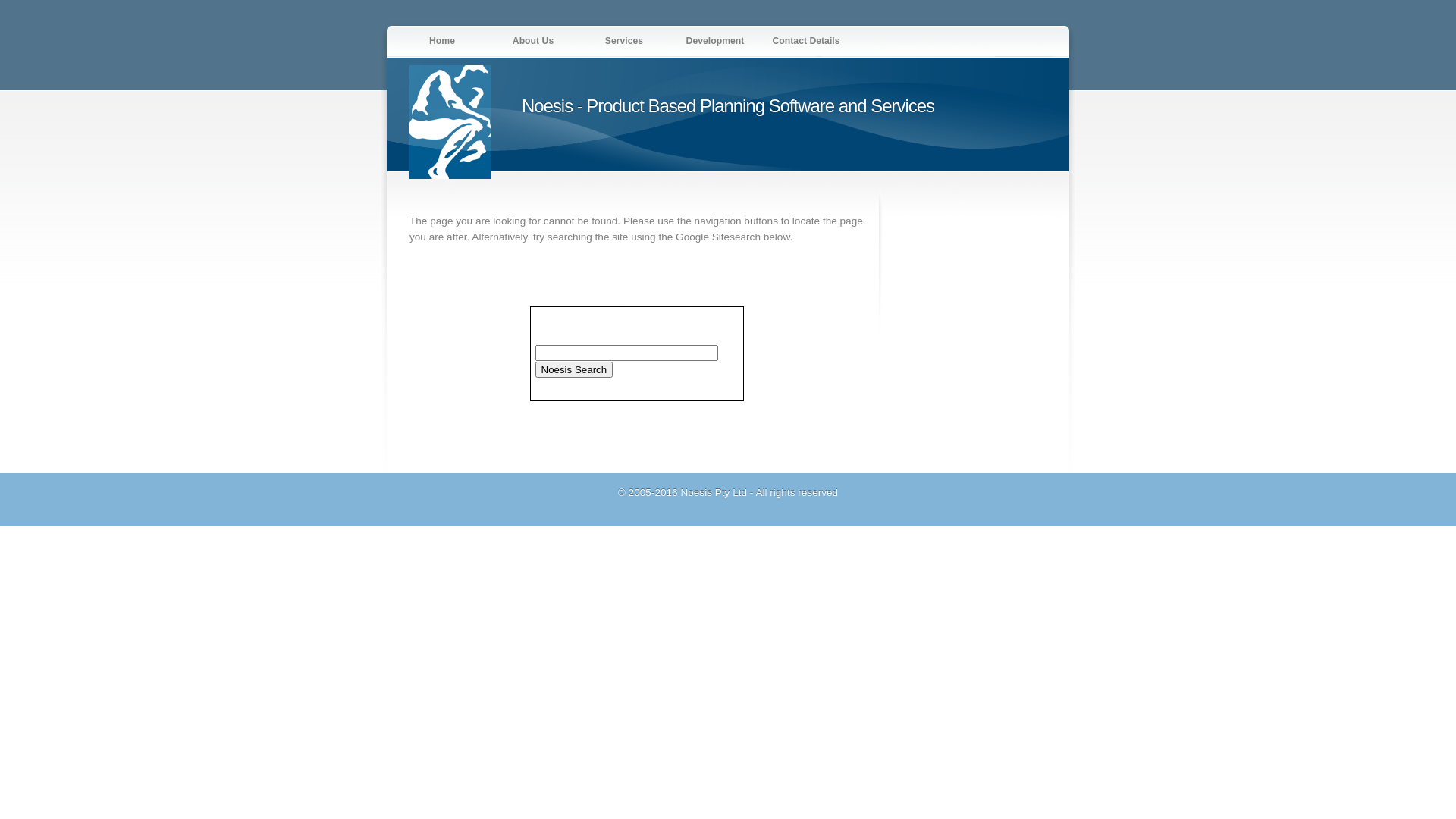 The image size is (1456, 819). I want to click on 'Home', so click(441, 39).